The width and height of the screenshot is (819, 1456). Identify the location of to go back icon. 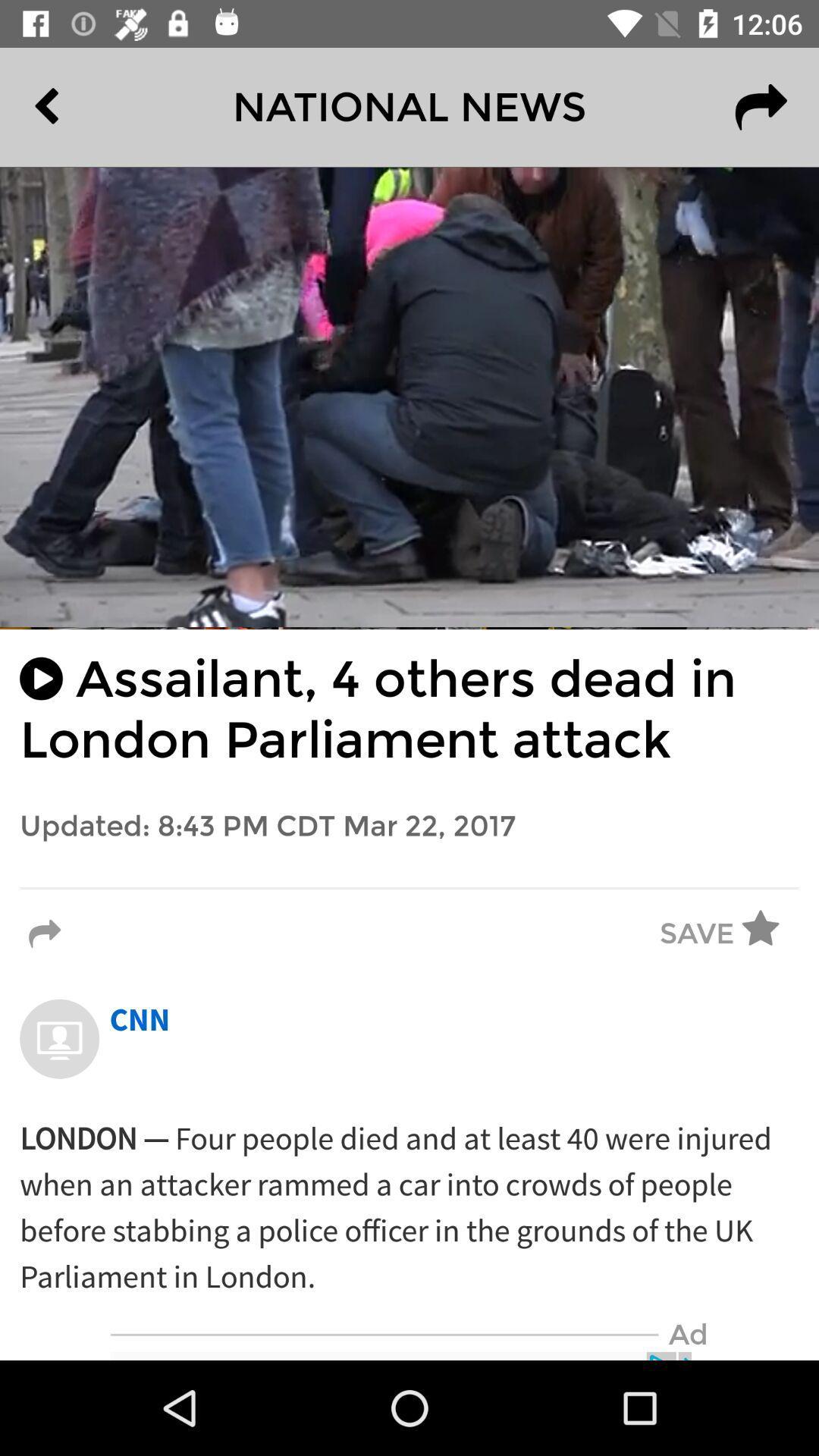
(81, 107).